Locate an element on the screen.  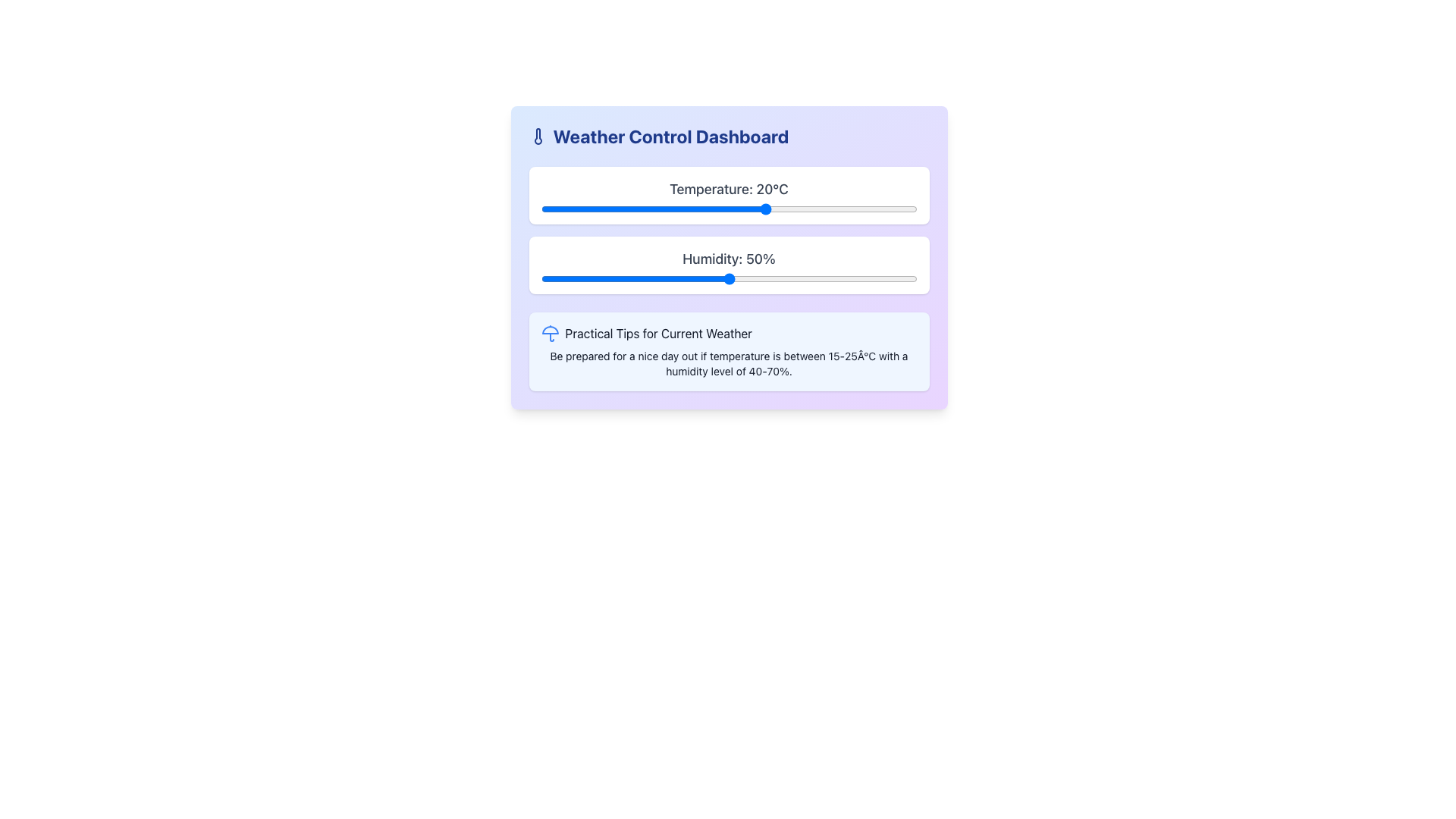
the humidity level is located at coordinates (612, 278).